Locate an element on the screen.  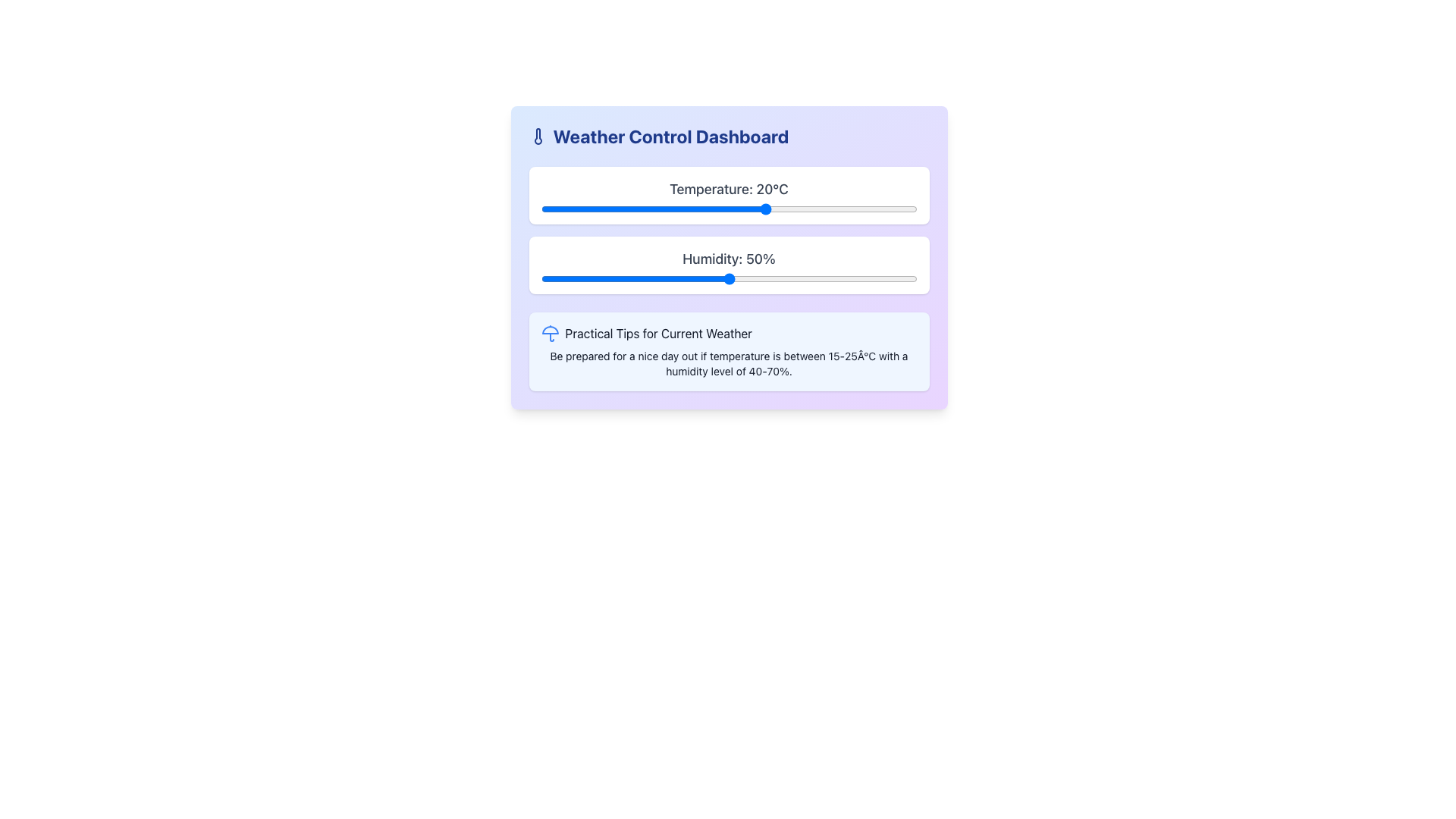
the humidity level is located at coordinates (612, 278).